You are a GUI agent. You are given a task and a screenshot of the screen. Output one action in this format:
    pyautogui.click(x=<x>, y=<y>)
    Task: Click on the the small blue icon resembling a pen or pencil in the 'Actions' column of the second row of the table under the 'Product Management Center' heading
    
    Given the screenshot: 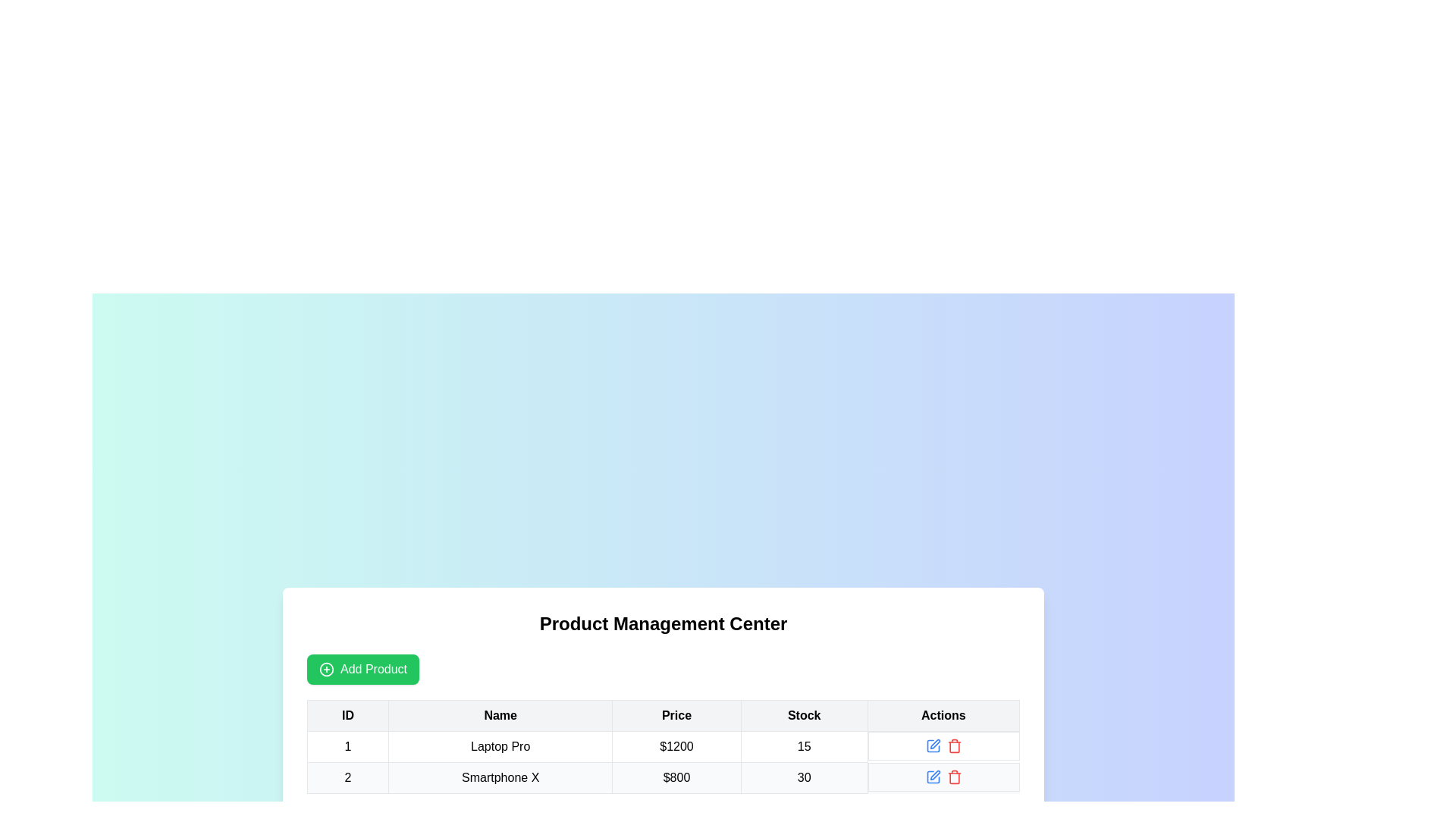 What is the action you would take?
    pyautogui.click(x=932, y=745)
    